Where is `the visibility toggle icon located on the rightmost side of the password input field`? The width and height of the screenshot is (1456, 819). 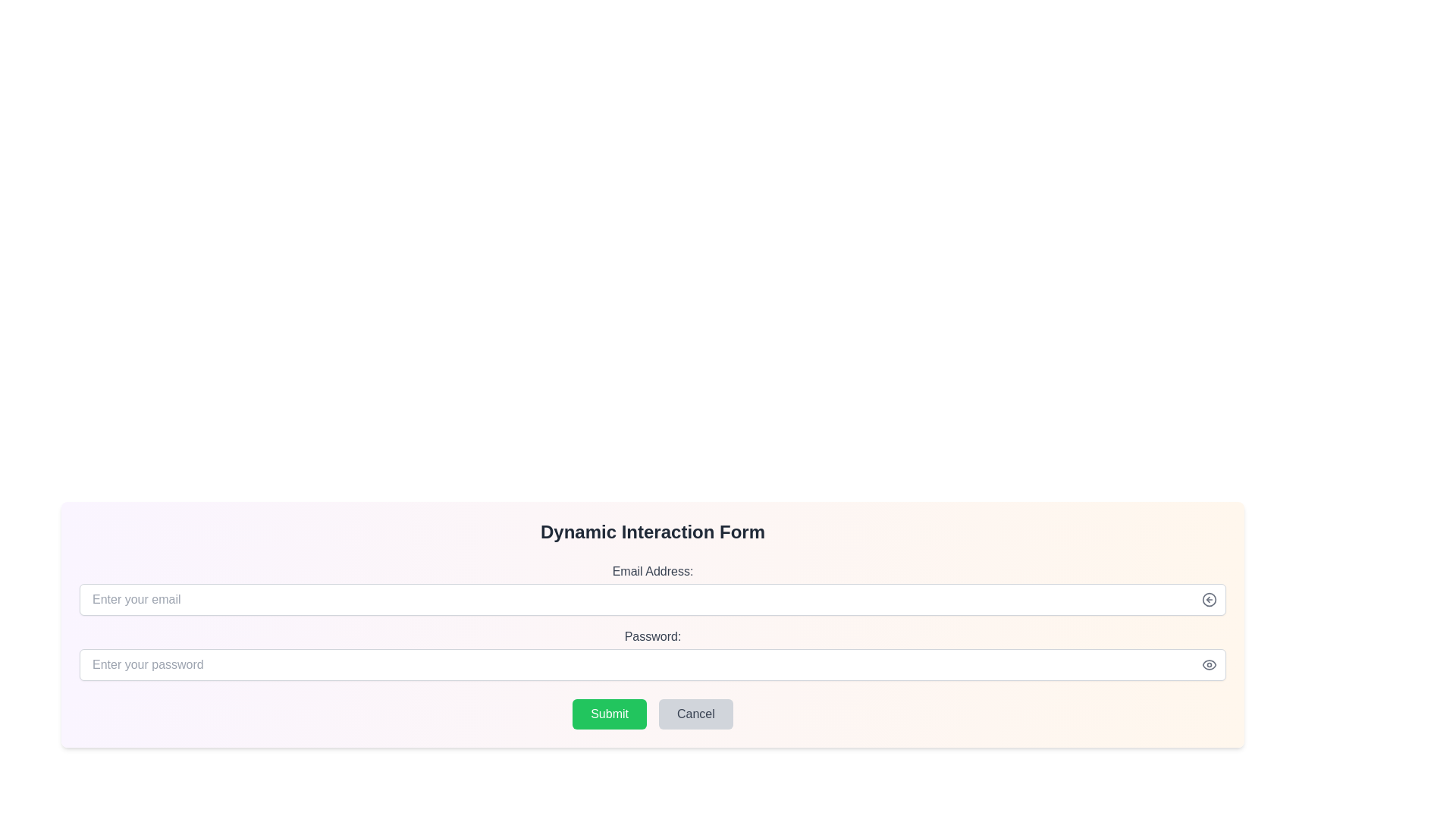
the visibility toggle icon located on the rightmost side of the password input field is located at coordinates (1208, 664).